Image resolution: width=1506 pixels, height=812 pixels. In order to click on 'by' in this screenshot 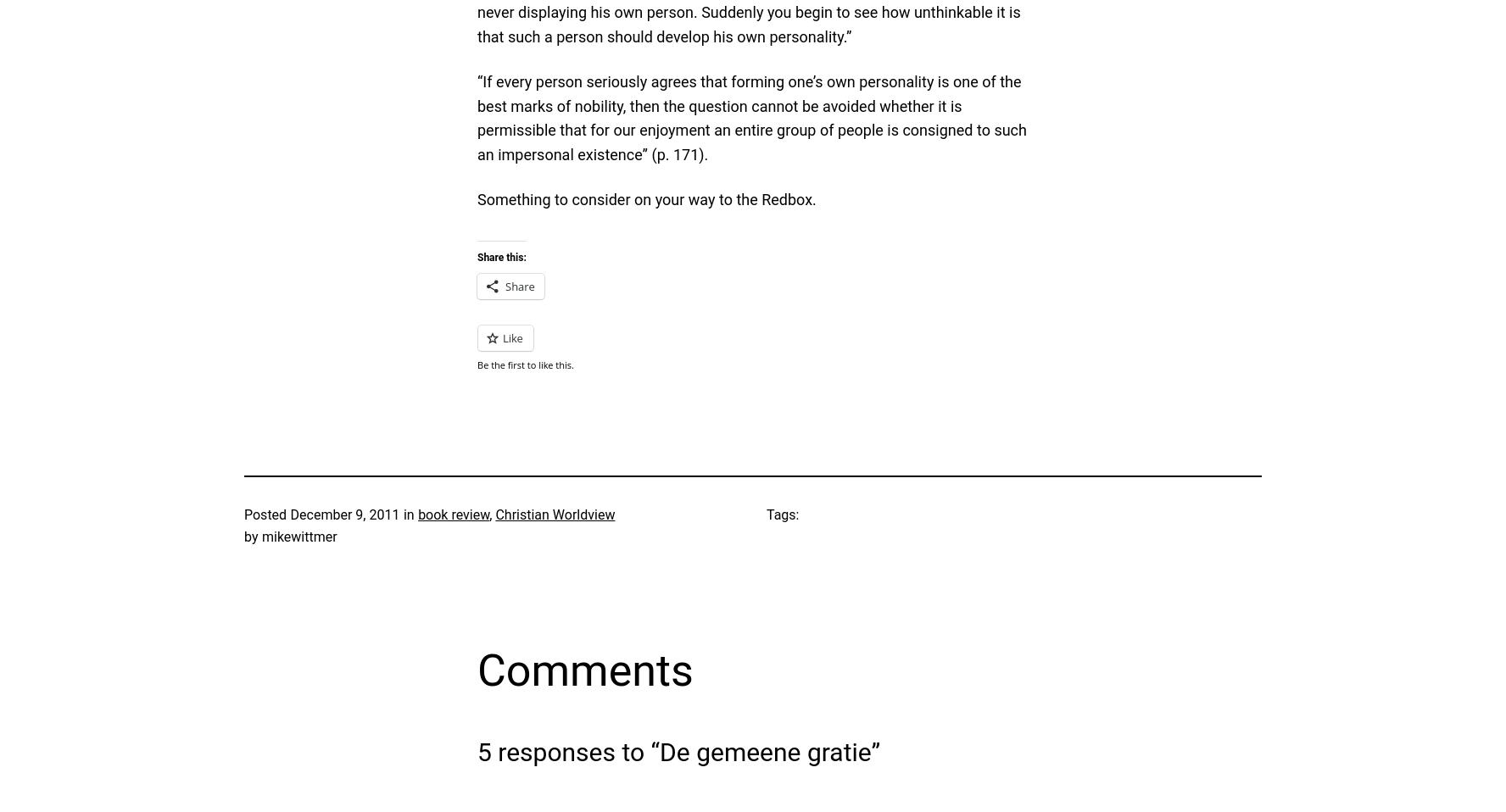, I will do `click(244, 536)`.